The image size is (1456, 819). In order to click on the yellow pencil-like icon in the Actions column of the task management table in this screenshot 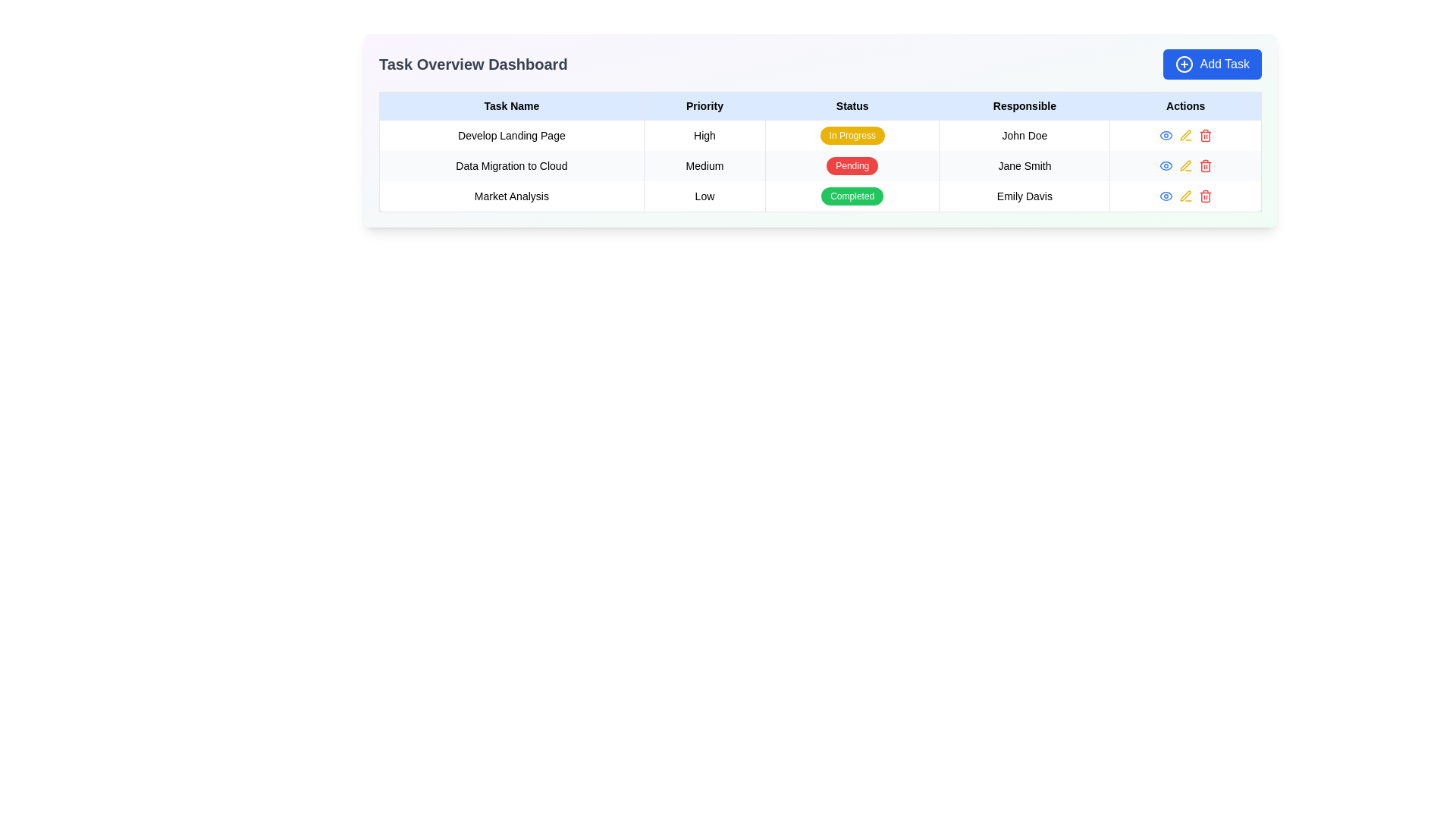, I will do `click(1185, 134)`.